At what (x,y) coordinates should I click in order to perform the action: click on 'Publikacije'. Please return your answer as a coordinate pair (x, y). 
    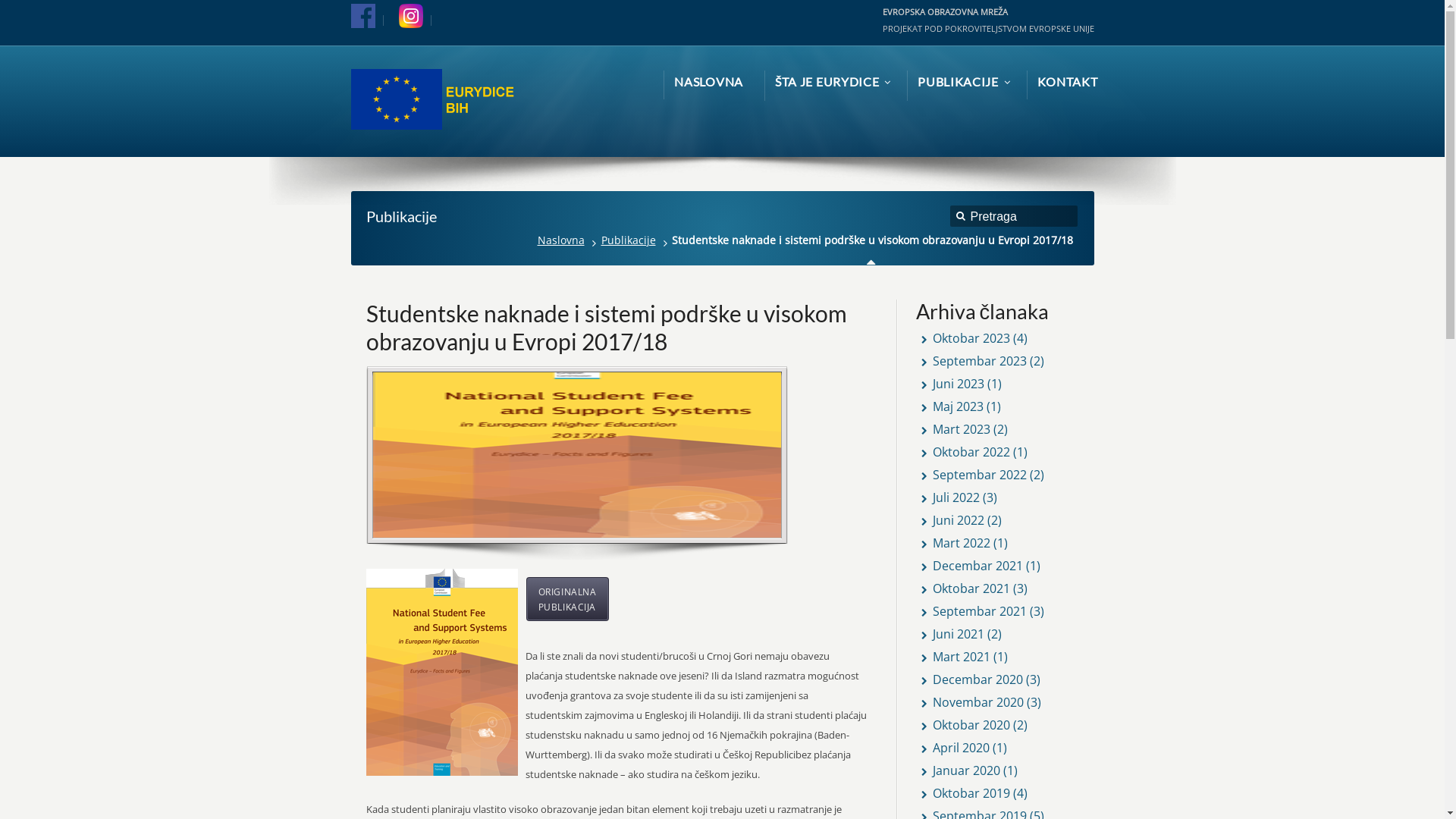
    Looking at the image, I should click on (595, 239).